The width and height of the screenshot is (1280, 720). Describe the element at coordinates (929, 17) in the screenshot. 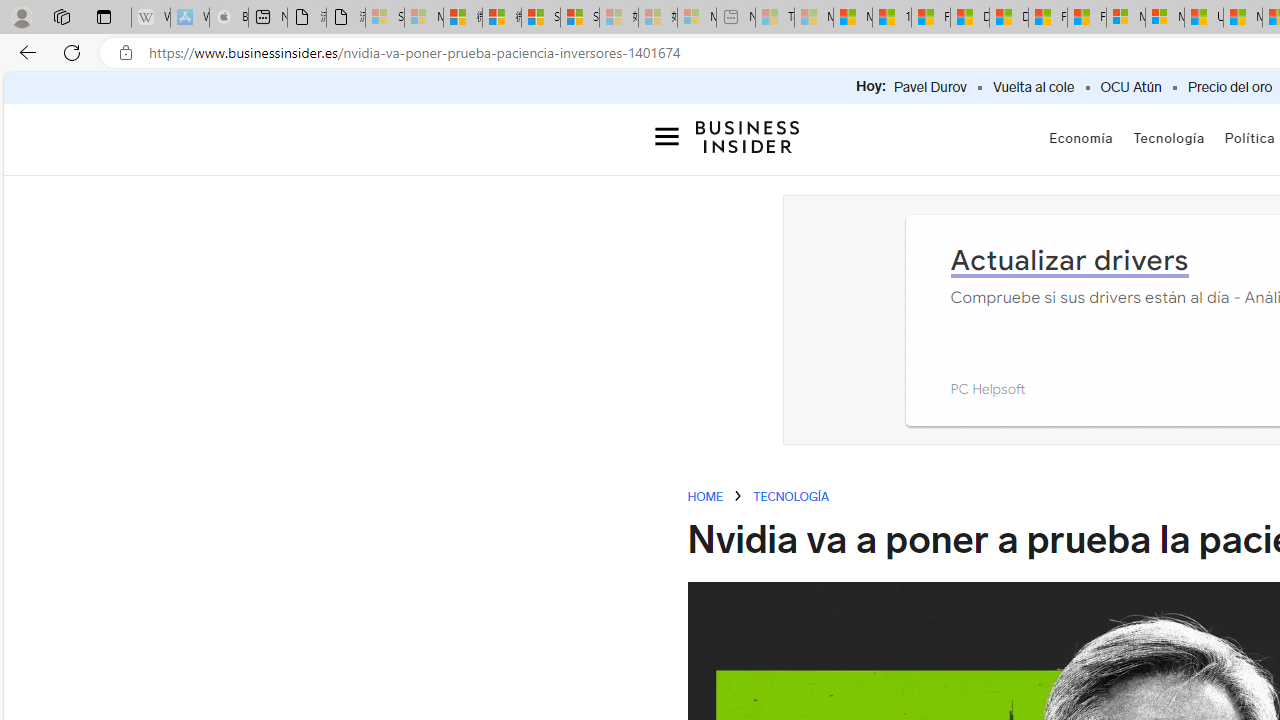

I see `'Food and Drink - MSN'` at that location.